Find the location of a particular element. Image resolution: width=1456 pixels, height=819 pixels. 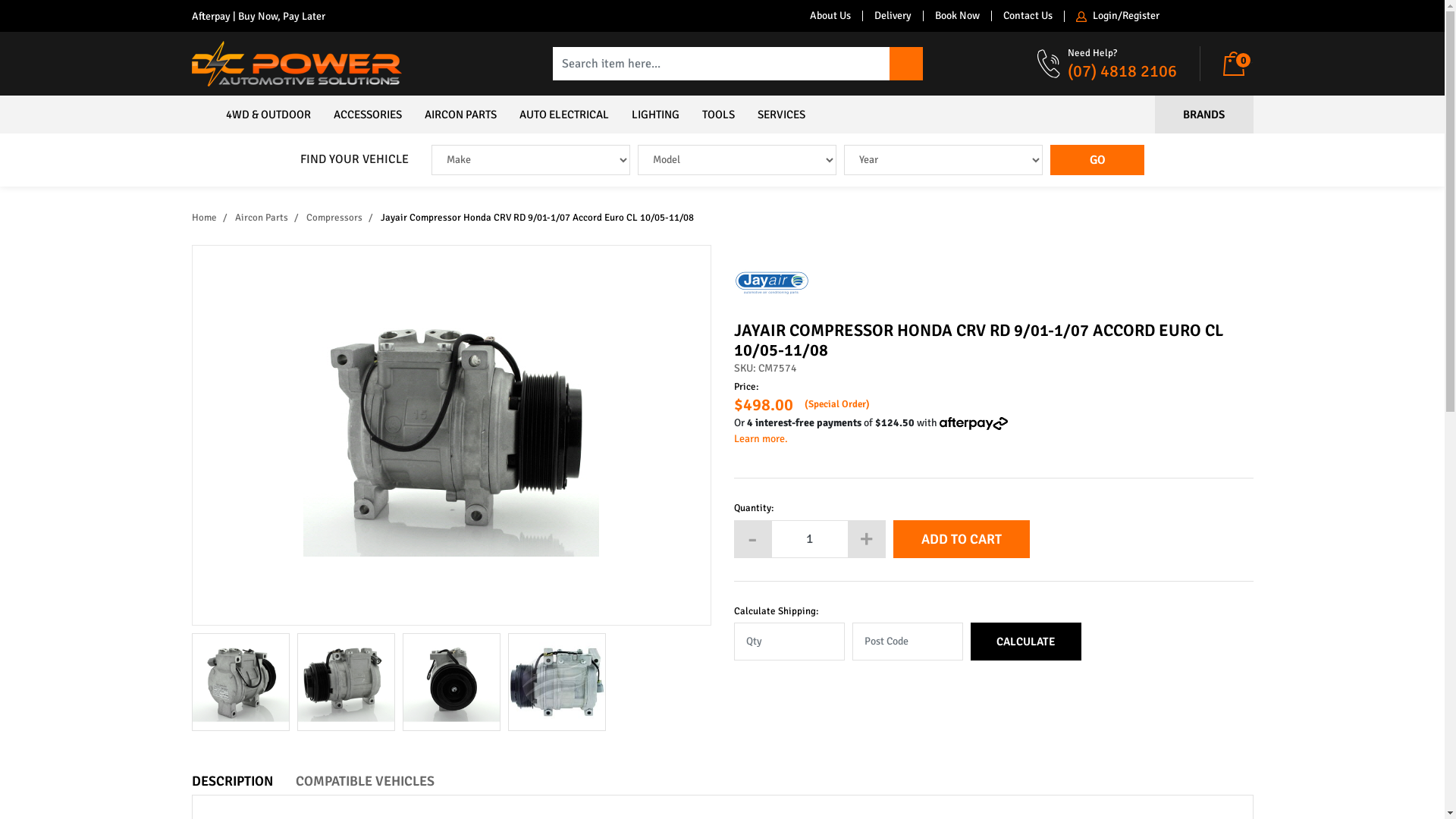

'AIRCON PARTS' is located at coordinates (459, 113).